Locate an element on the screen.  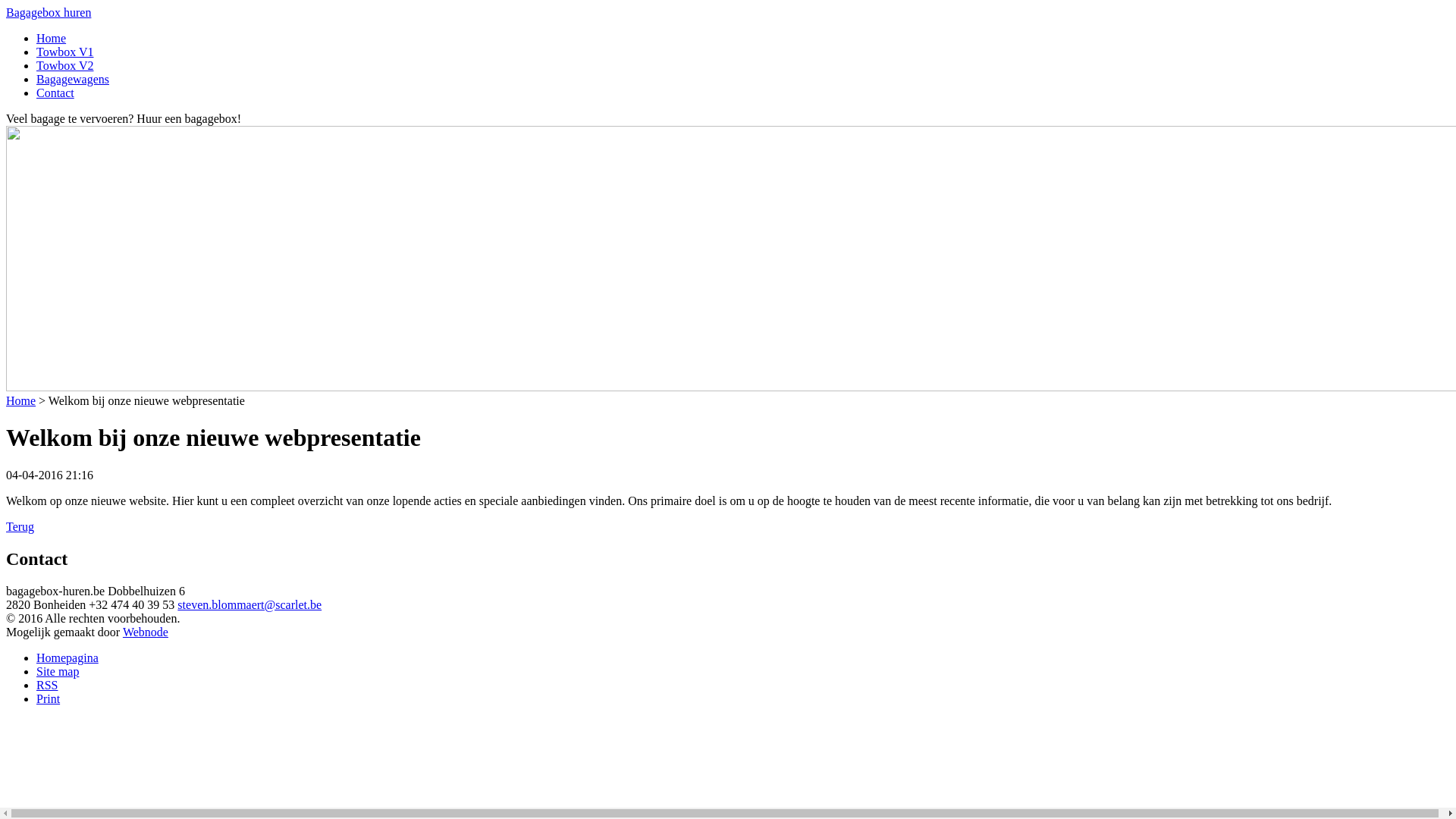
'Site map' is located at coordinates (58, 670).